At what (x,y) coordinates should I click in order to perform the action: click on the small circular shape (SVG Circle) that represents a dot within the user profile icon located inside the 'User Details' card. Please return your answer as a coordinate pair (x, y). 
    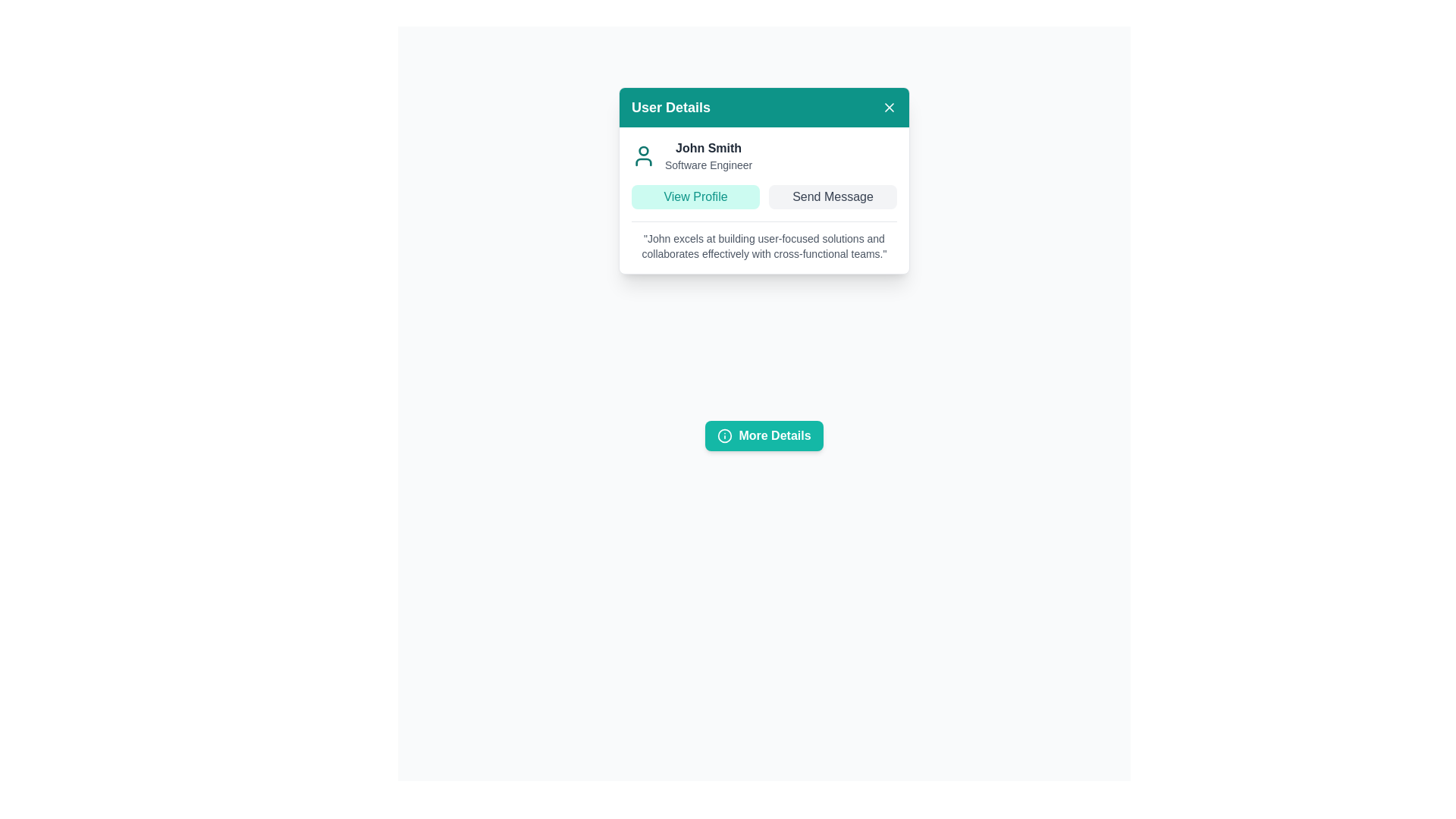
    Looking at the image, I should click on (644, 151).